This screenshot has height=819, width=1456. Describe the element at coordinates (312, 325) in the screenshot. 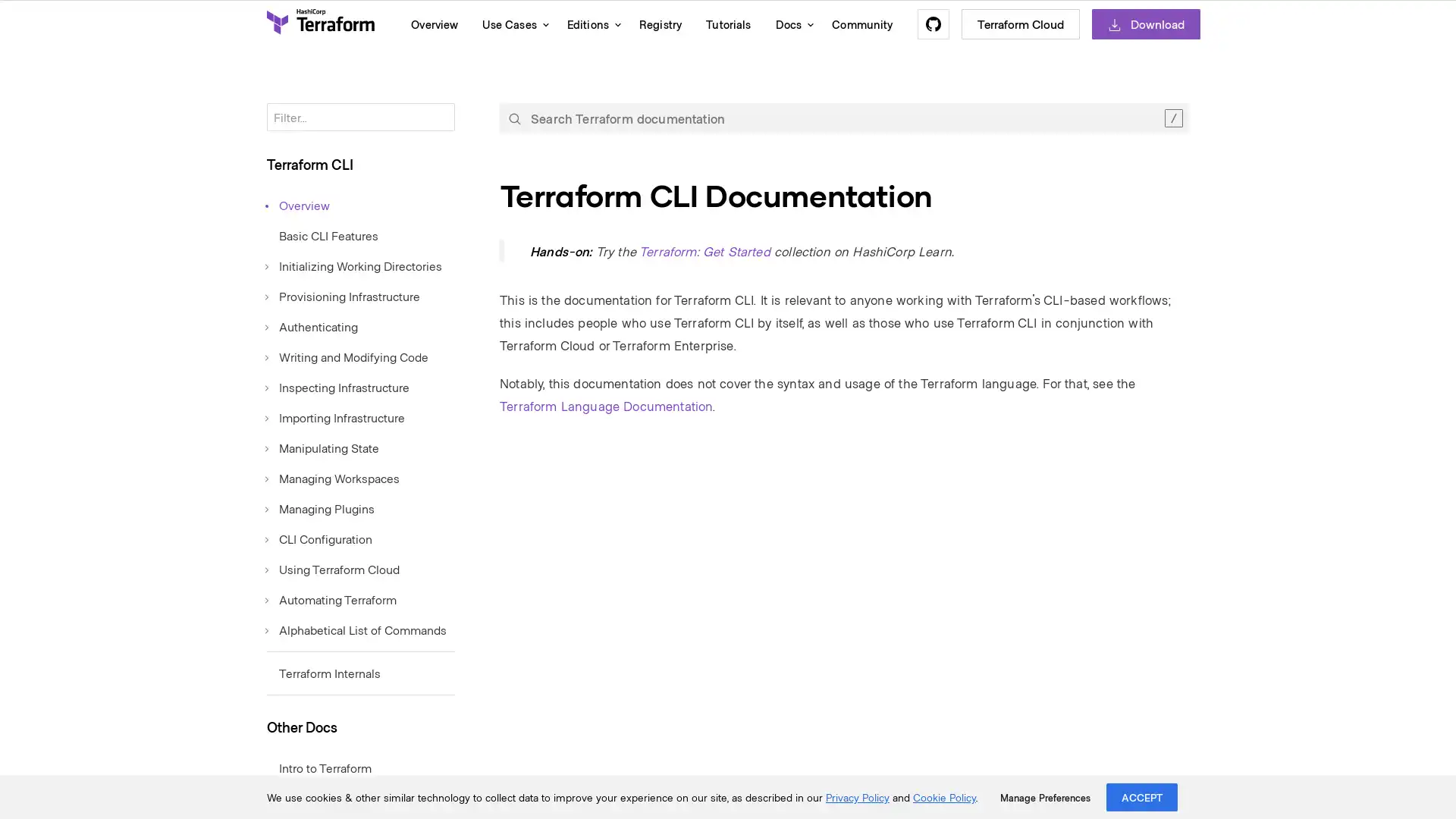

I see `Authenticating` at that location.